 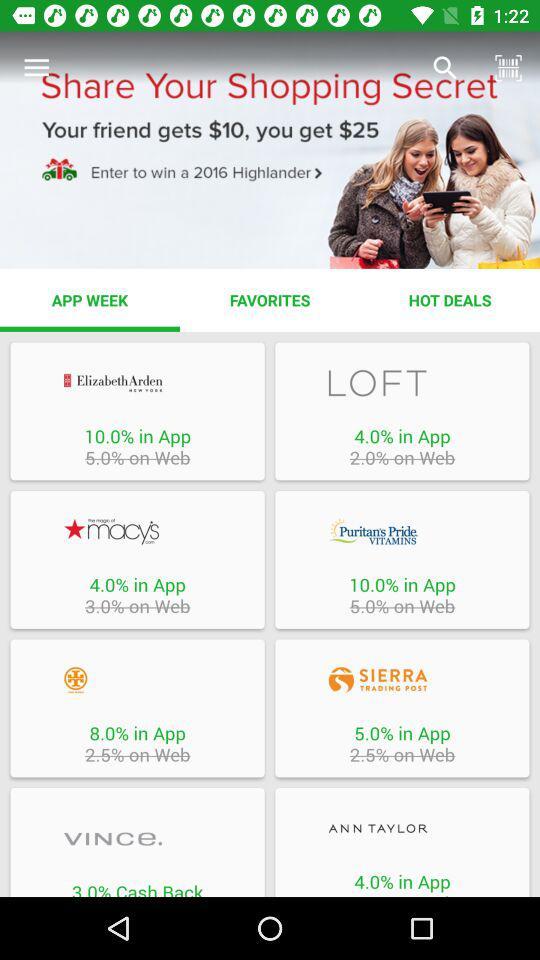 I want to click on store, so click(x=402, y=530).